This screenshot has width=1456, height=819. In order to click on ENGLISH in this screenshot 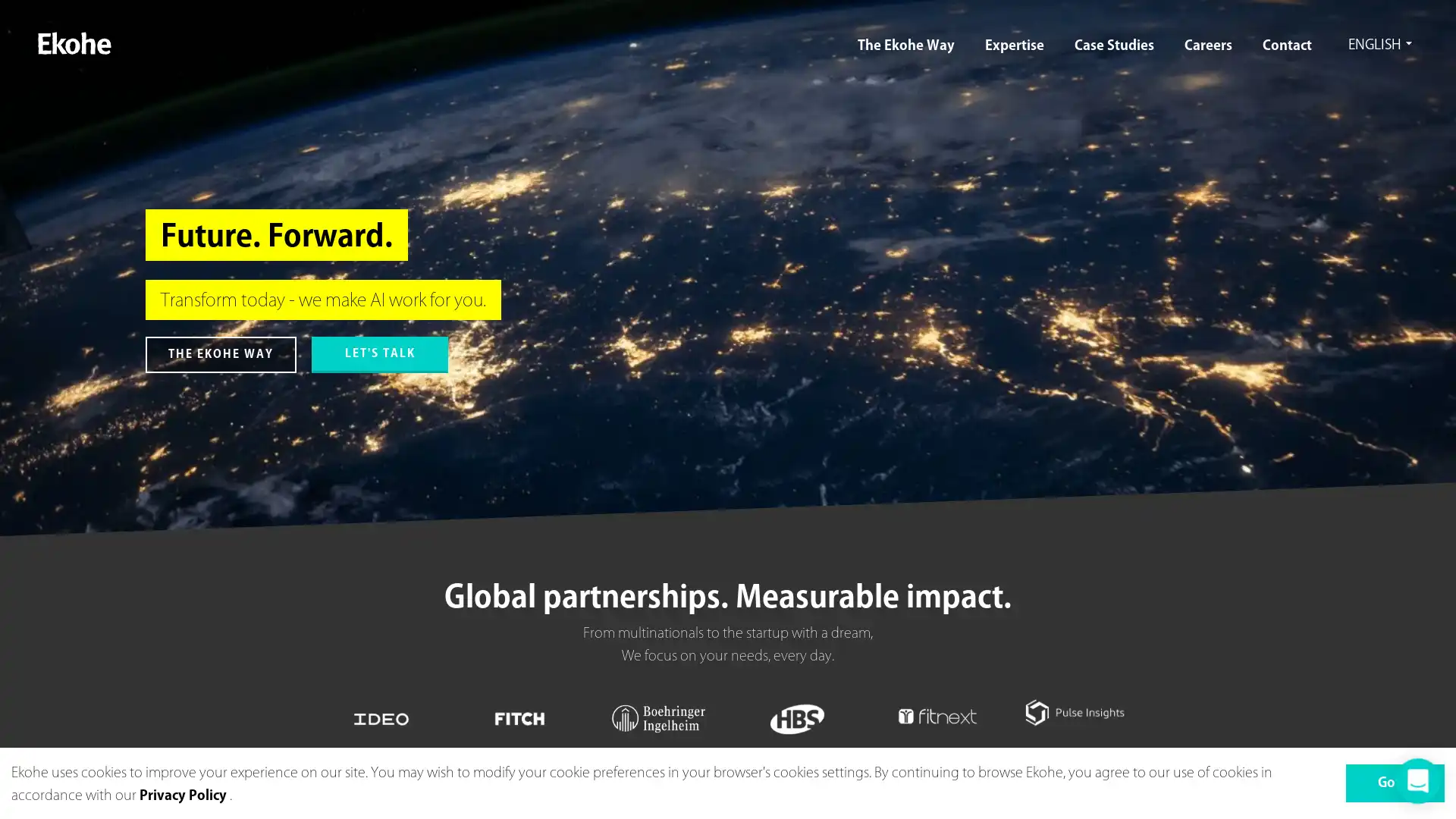, I will do `click(1376, 45)`.